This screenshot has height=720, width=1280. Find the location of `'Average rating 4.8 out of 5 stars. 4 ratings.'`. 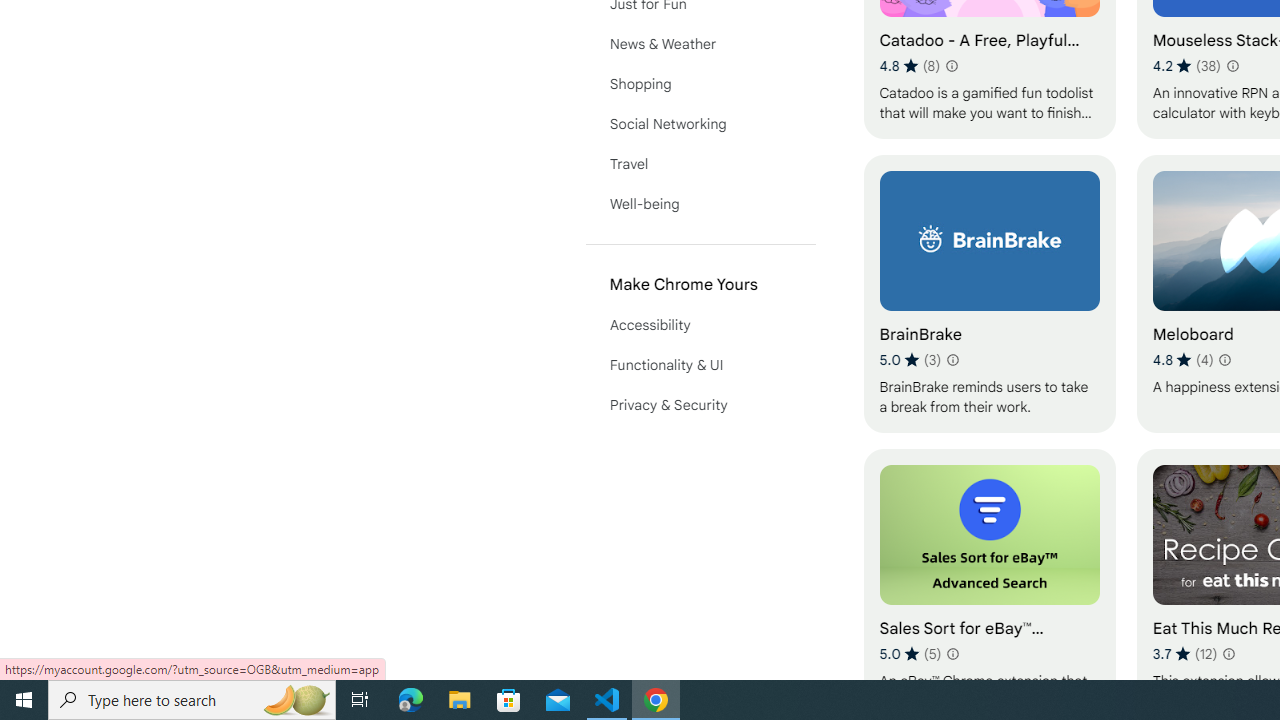

'Average rating 4.8 out of 5 stars. 4 ratings.' is located at coordinates (1182, 360).